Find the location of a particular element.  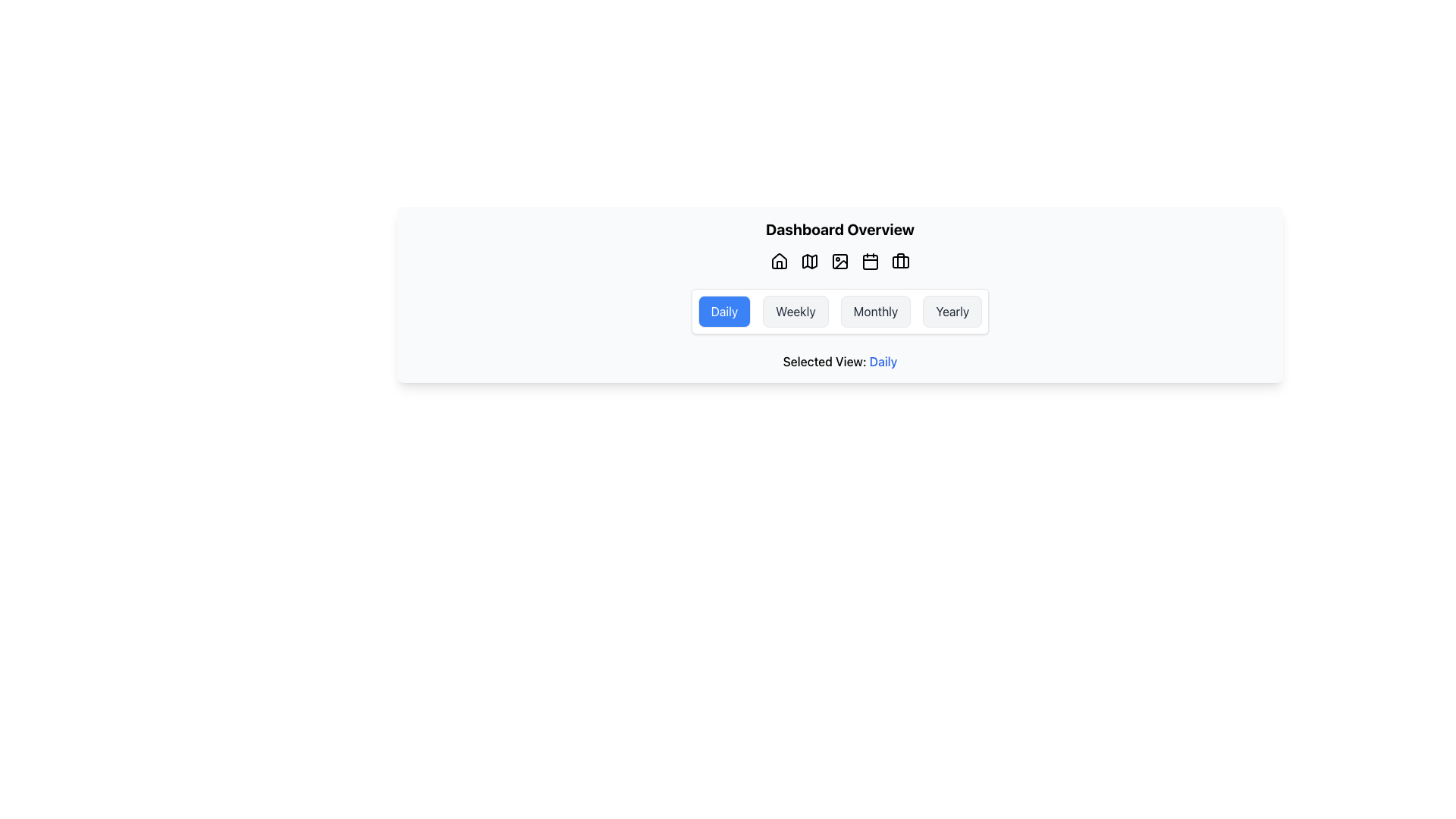

the 'Monthly' button is located at coordinates (876, 311).